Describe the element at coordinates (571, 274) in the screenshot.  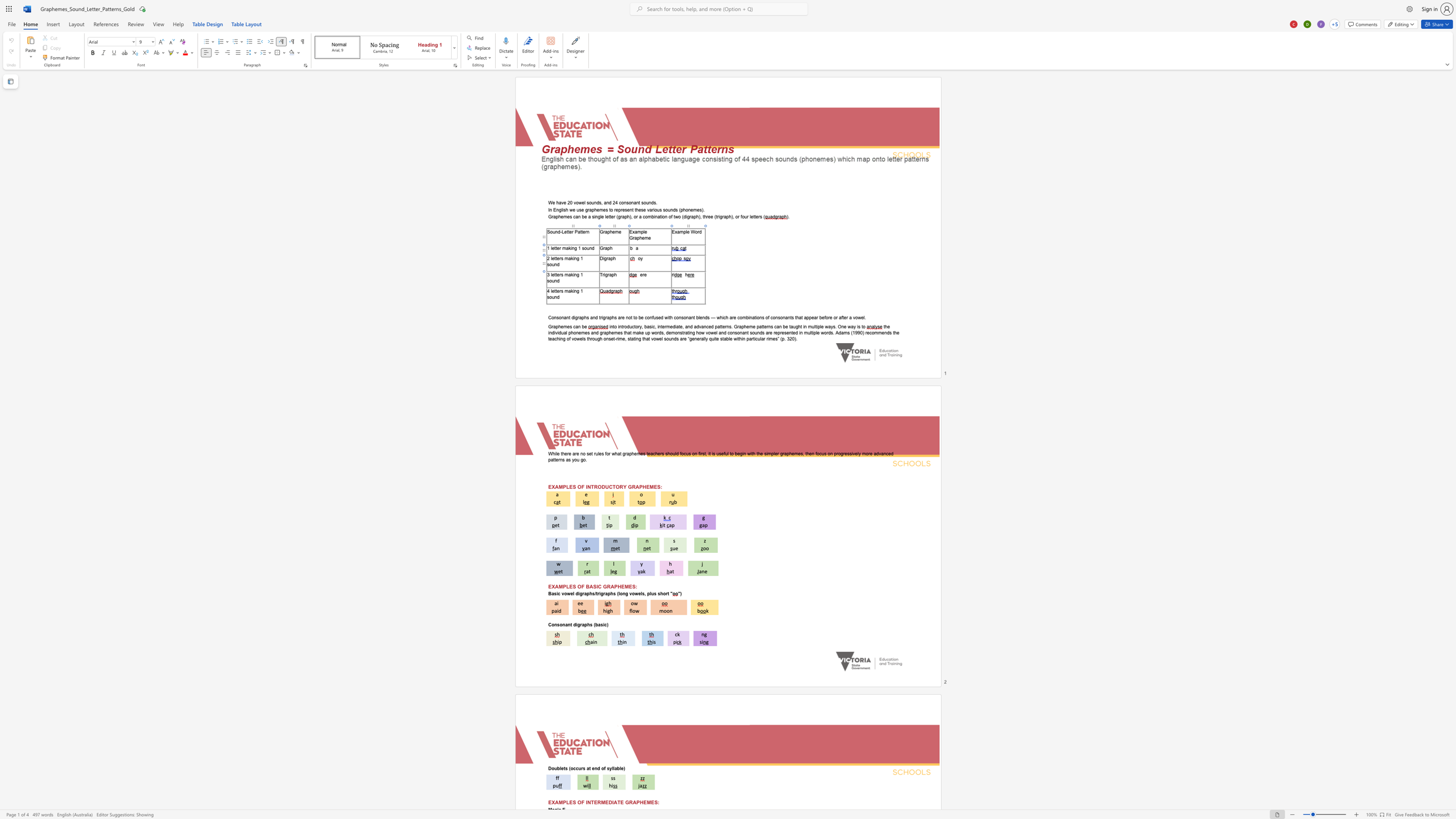
I see `the 1th character "k" in the text` at that location.